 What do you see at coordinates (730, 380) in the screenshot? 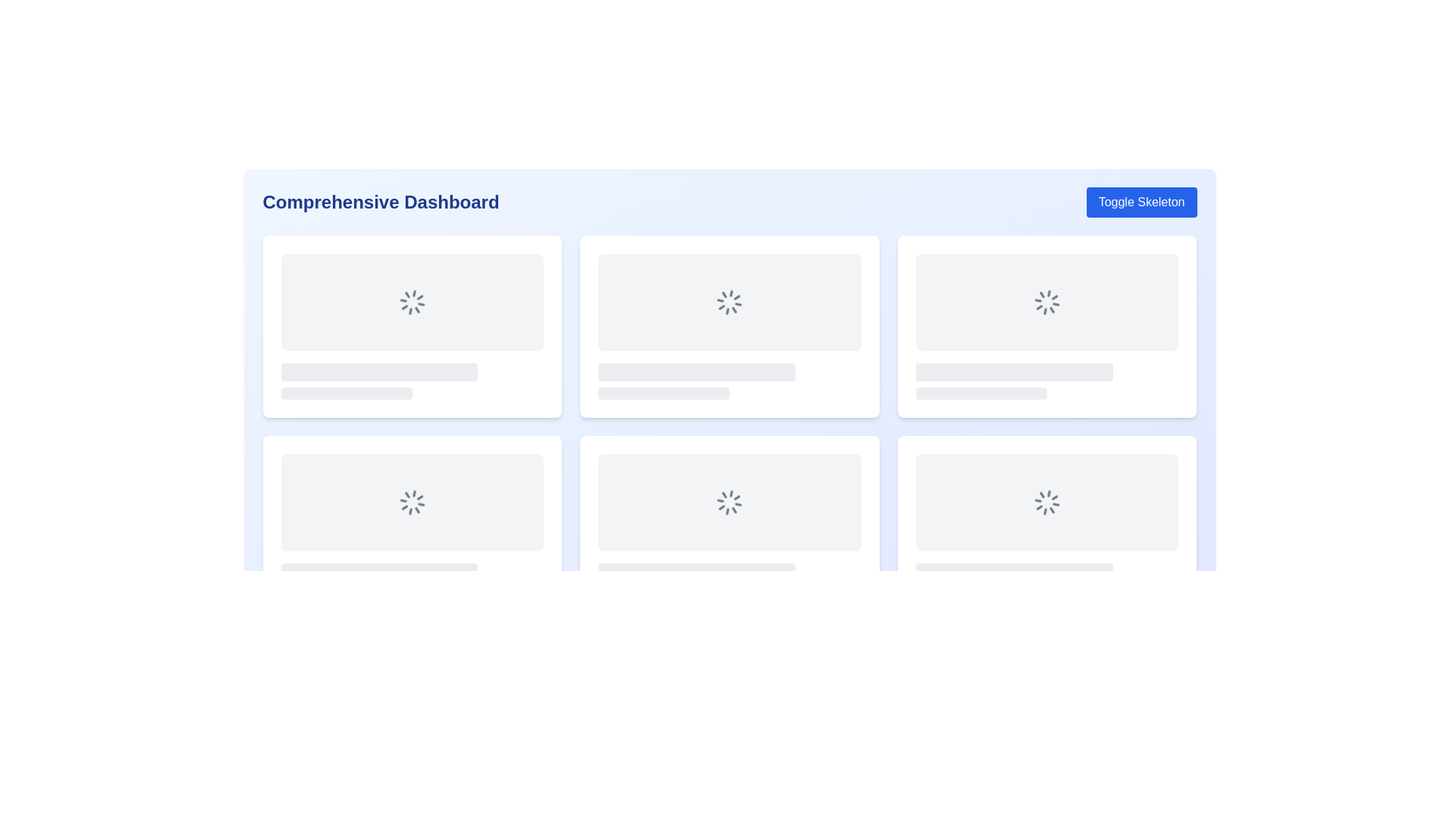
I see `the non-interactive placeholder block located in the central card on the second row of a grid layout, which indicates that content is loading` at bounding box center [730, 380].